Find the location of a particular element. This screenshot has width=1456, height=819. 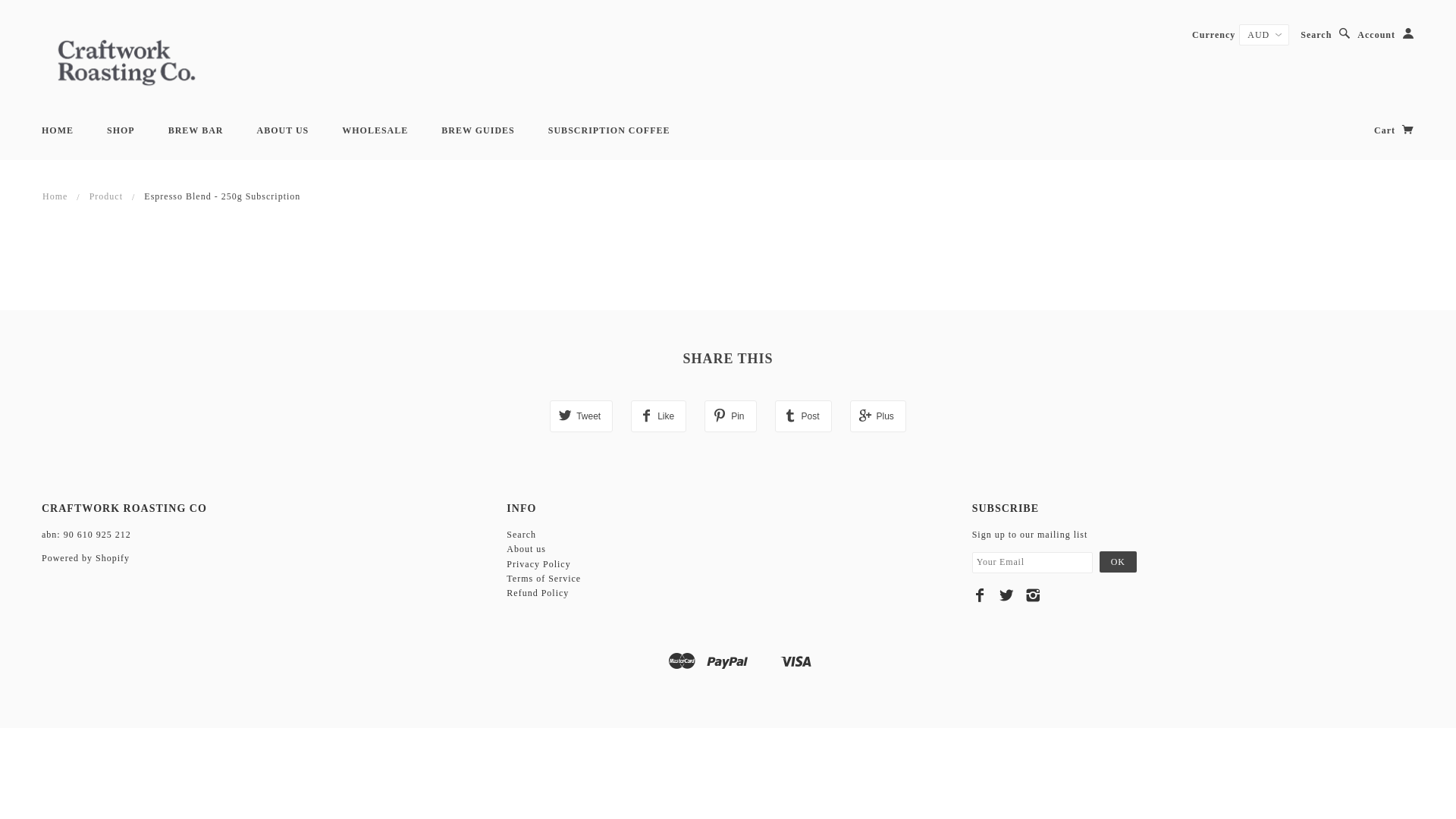

'BREW BAR' is located at coordinates (195, 130).